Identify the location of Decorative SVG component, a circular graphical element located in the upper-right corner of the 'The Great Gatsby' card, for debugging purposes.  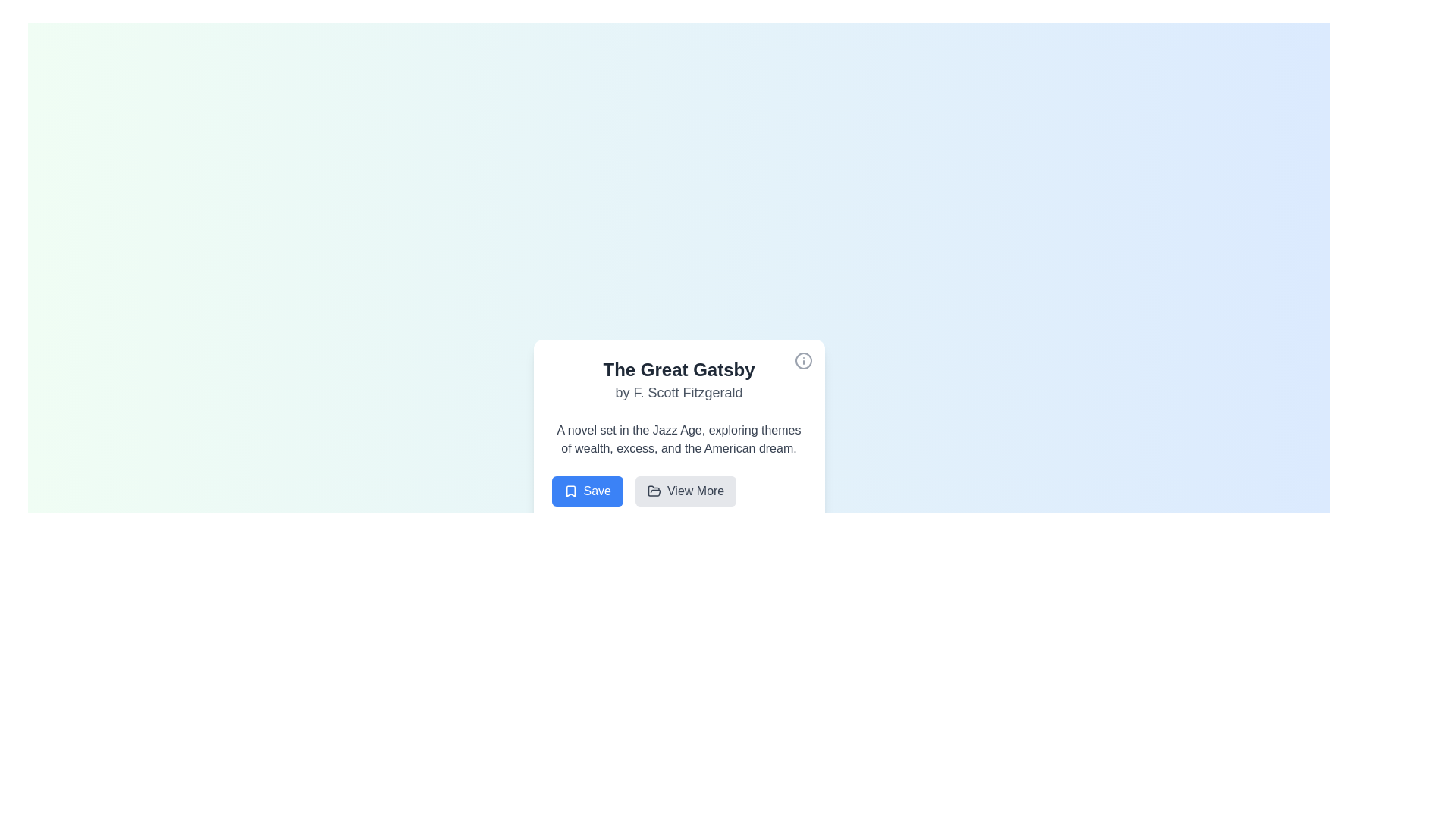
(802, 360).